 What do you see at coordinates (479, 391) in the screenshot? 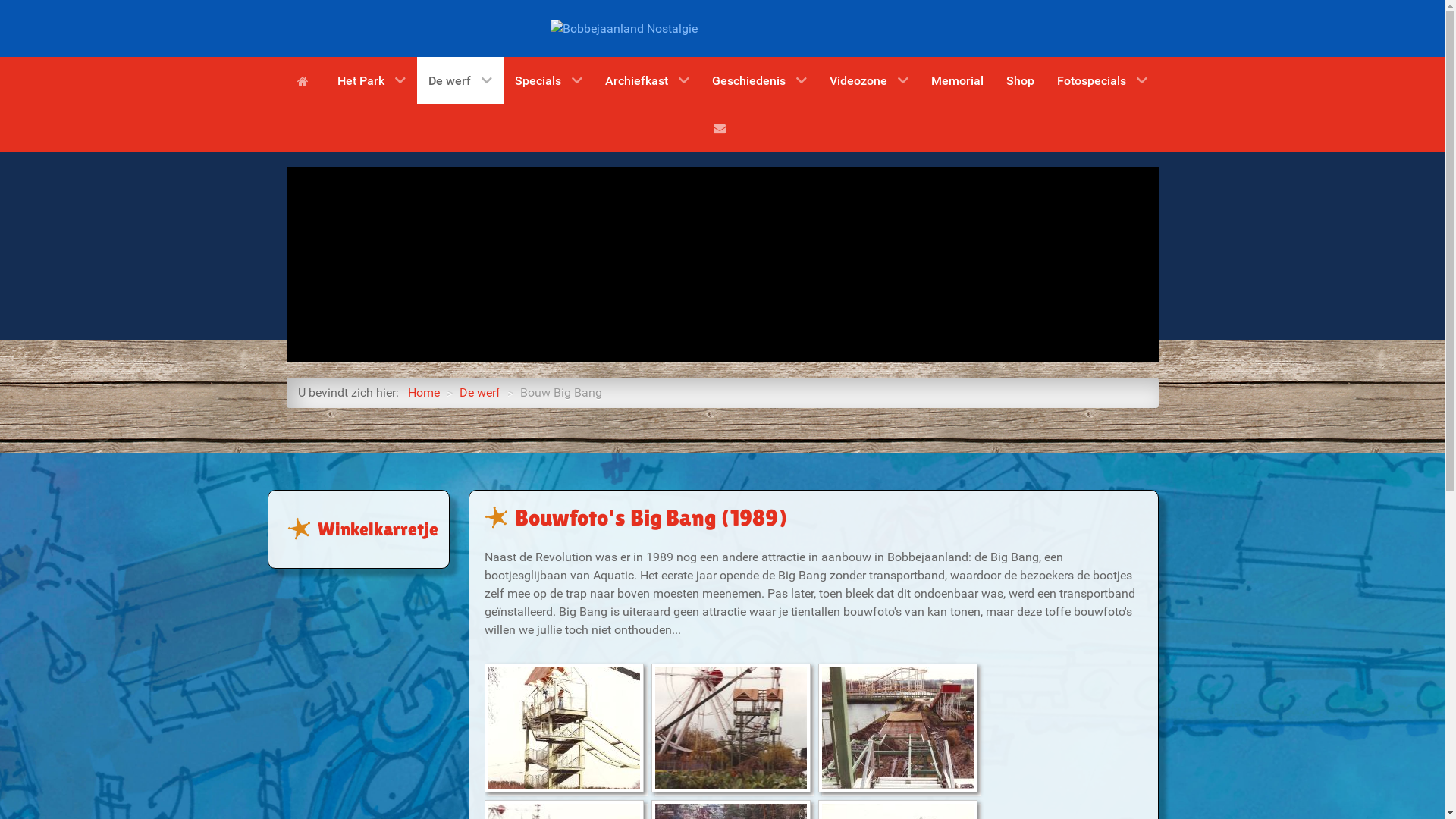
I see `'De werf'` at bounding box center [479, 391].